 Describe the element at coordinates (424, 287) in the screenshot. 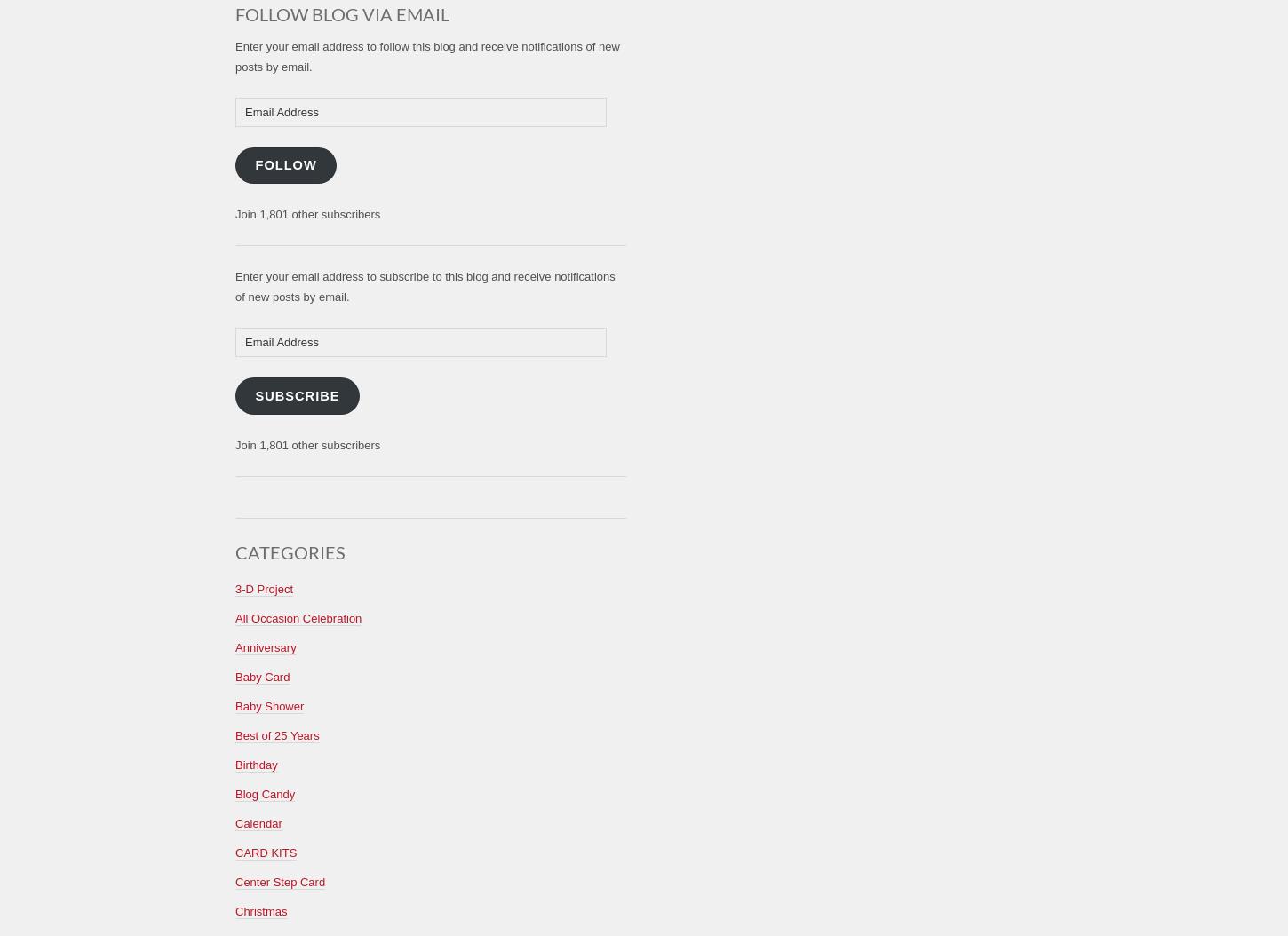

I see `'Enter your email address to subscribe to this blog and receive notifications of new posts by email.'` at that location.